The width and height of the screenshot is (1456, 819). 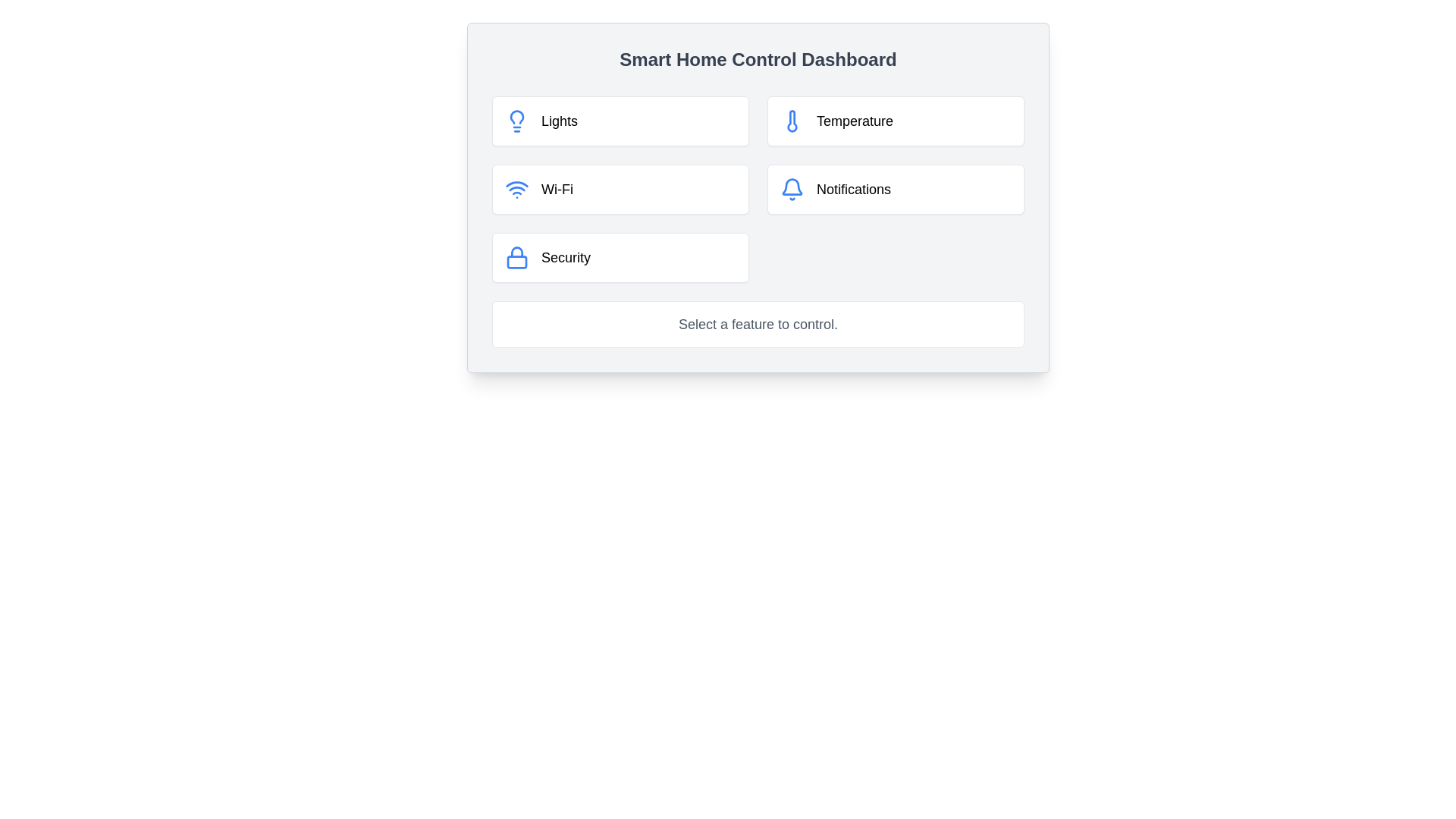 I want to click on the bottom part of the lock icon that represents the 'Security' feature adjacent to the label 'Security', so click(x=516, y=262).